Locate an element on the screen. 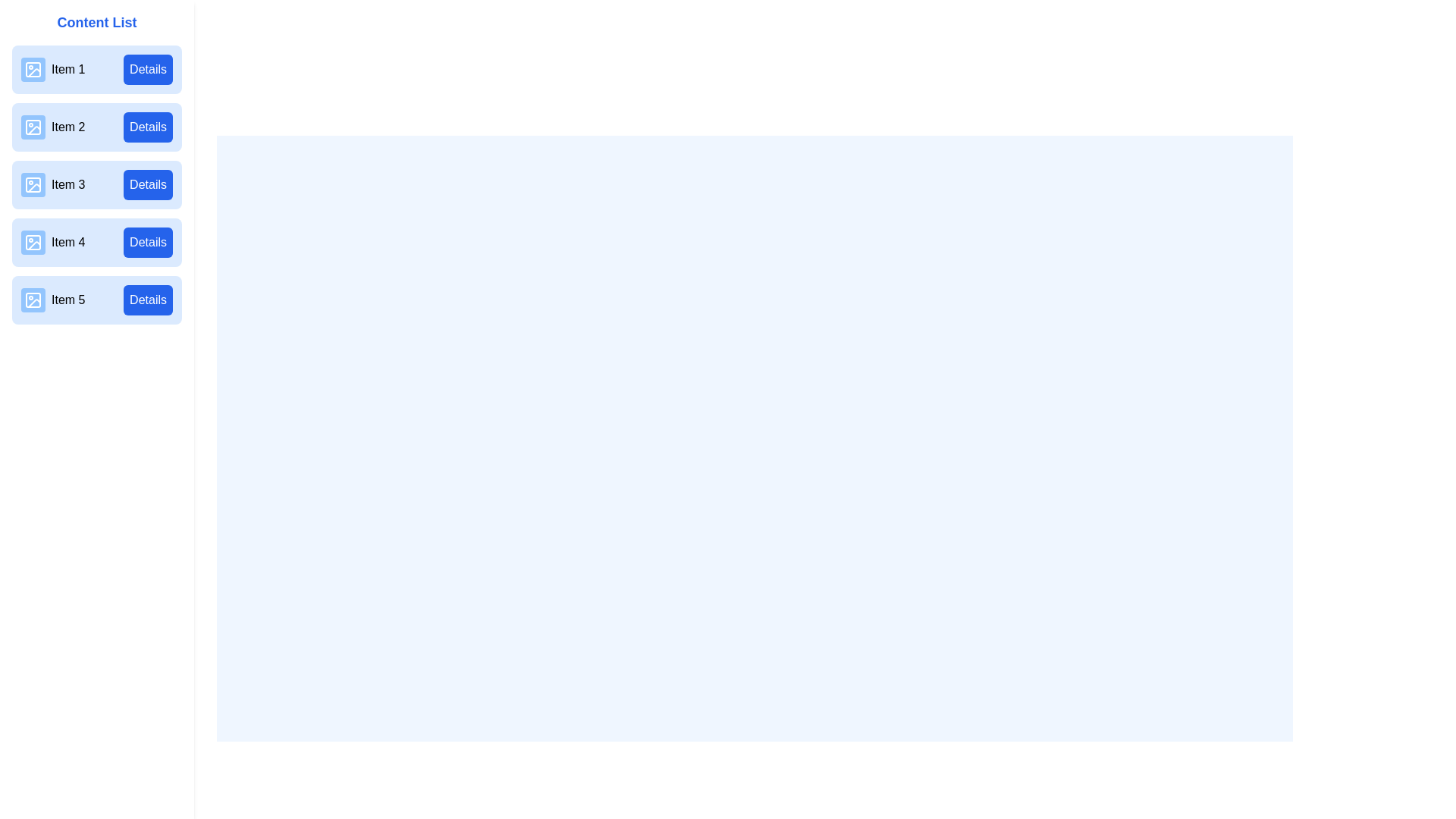 The image size is (1456, 819). the icon resembling a photograph symbol within the third light blue button under 'Content List' labeled 'Item 3.' is located at coordinates (33, 184).